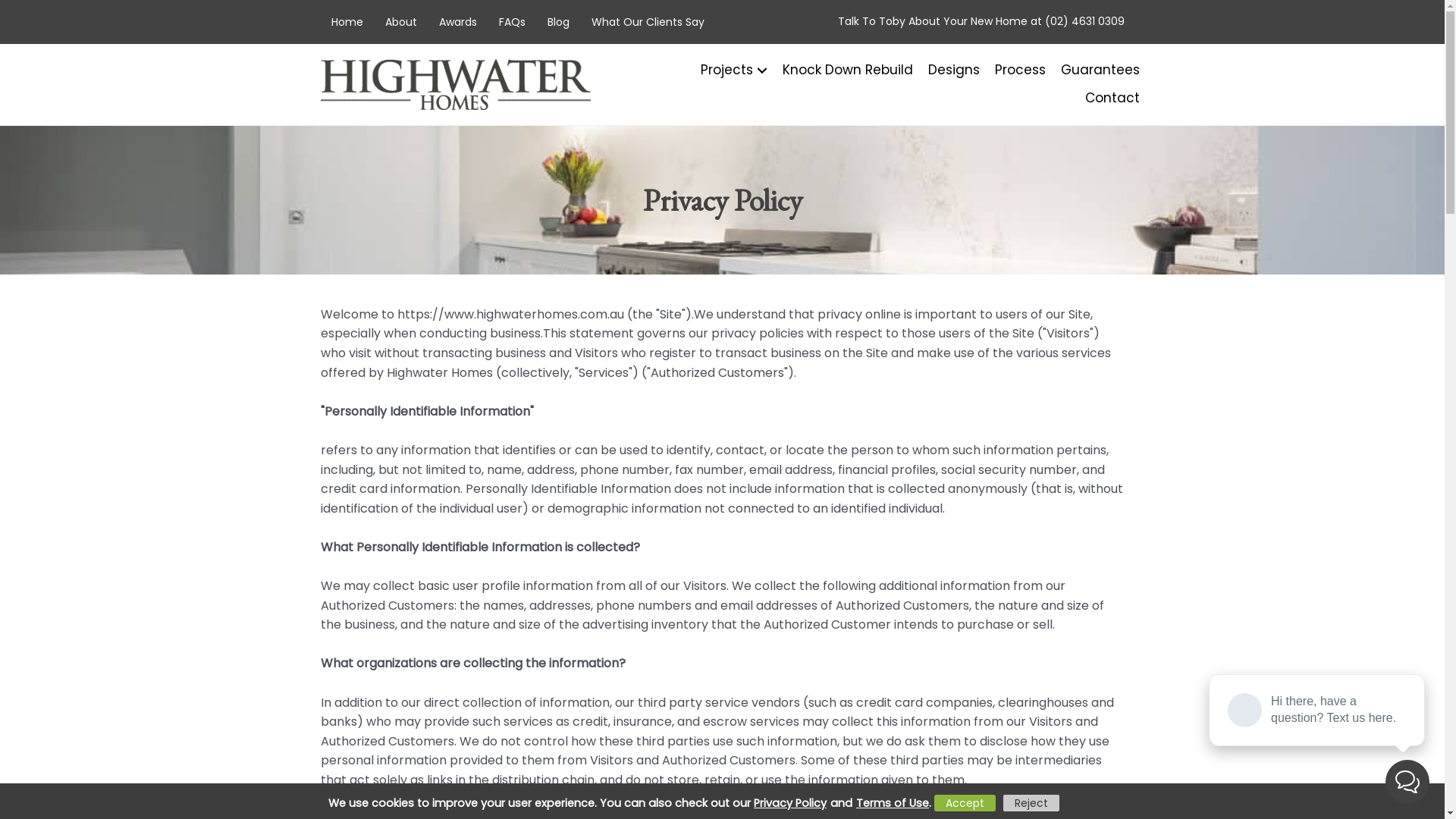 The width and height of the screenshot is (1456, 819). I want to click on 'Awards', so click(457, 22).